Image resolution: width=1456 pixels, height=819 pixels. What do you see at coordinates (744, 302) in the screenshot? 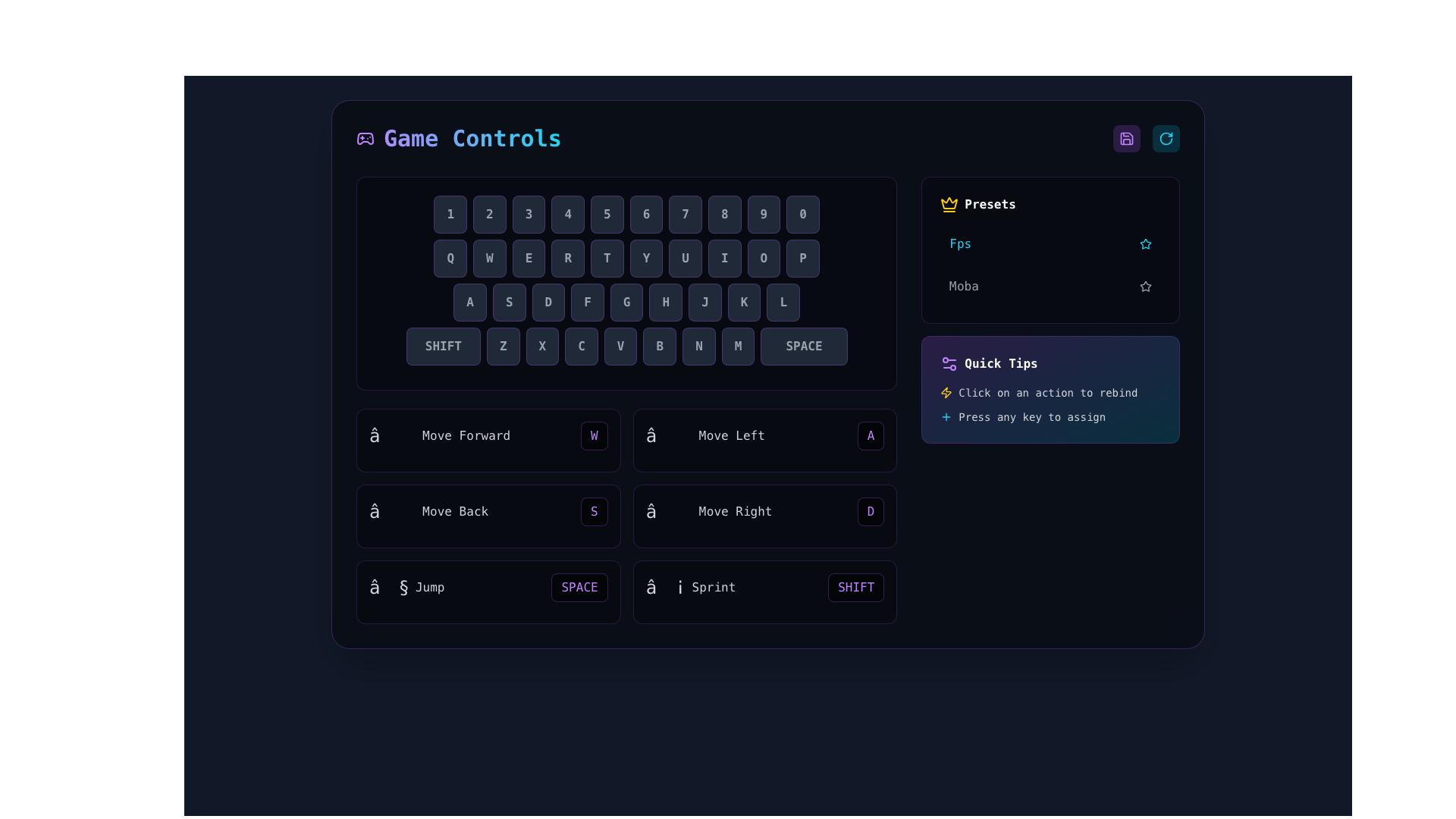
I see `the button labeled 'K' which has a dark background and light gray text, located` at bounding box center [744, 302].